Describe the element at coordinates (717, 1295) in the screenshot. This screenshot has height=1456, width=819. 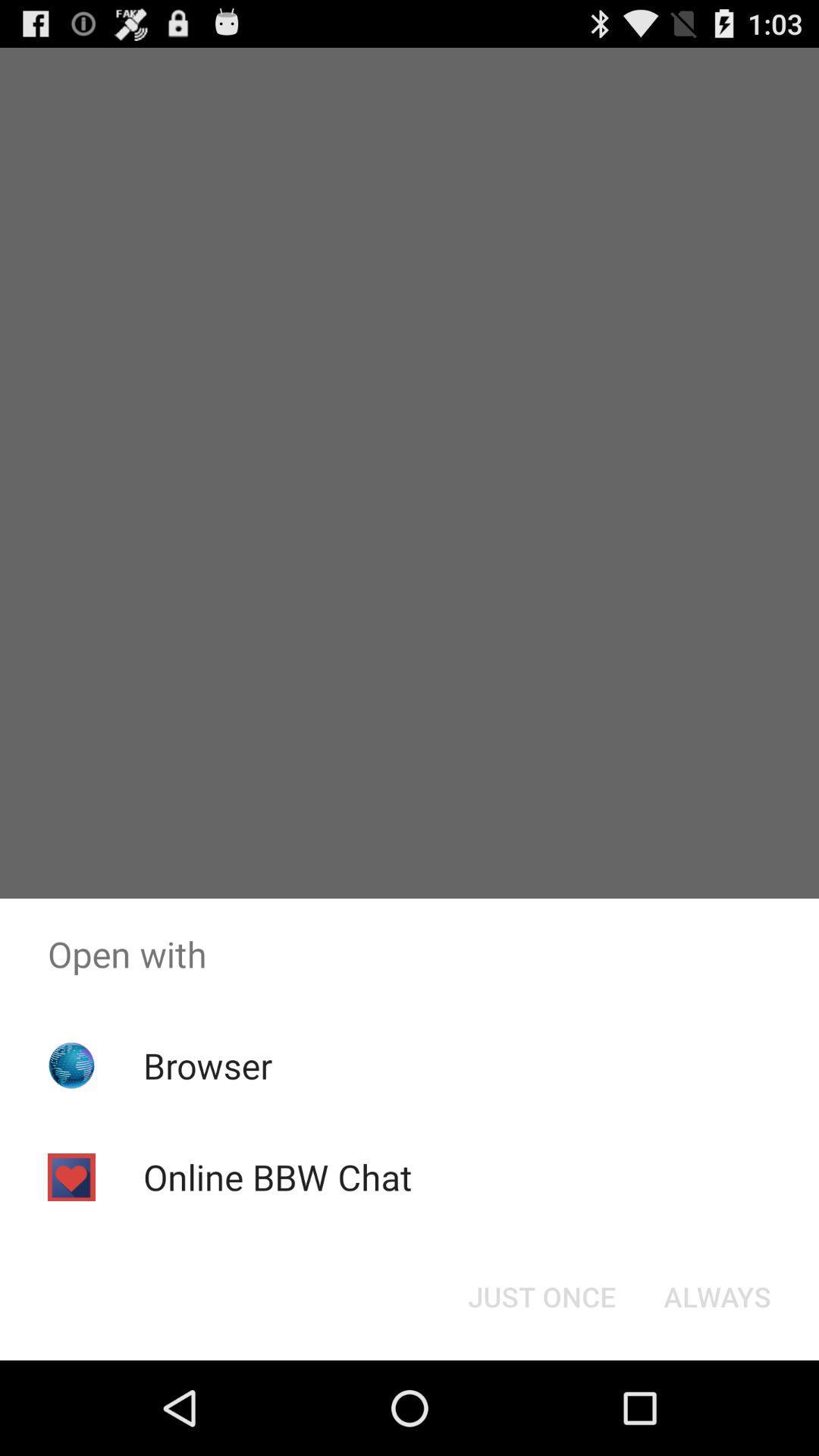
I see `the always` at that location.